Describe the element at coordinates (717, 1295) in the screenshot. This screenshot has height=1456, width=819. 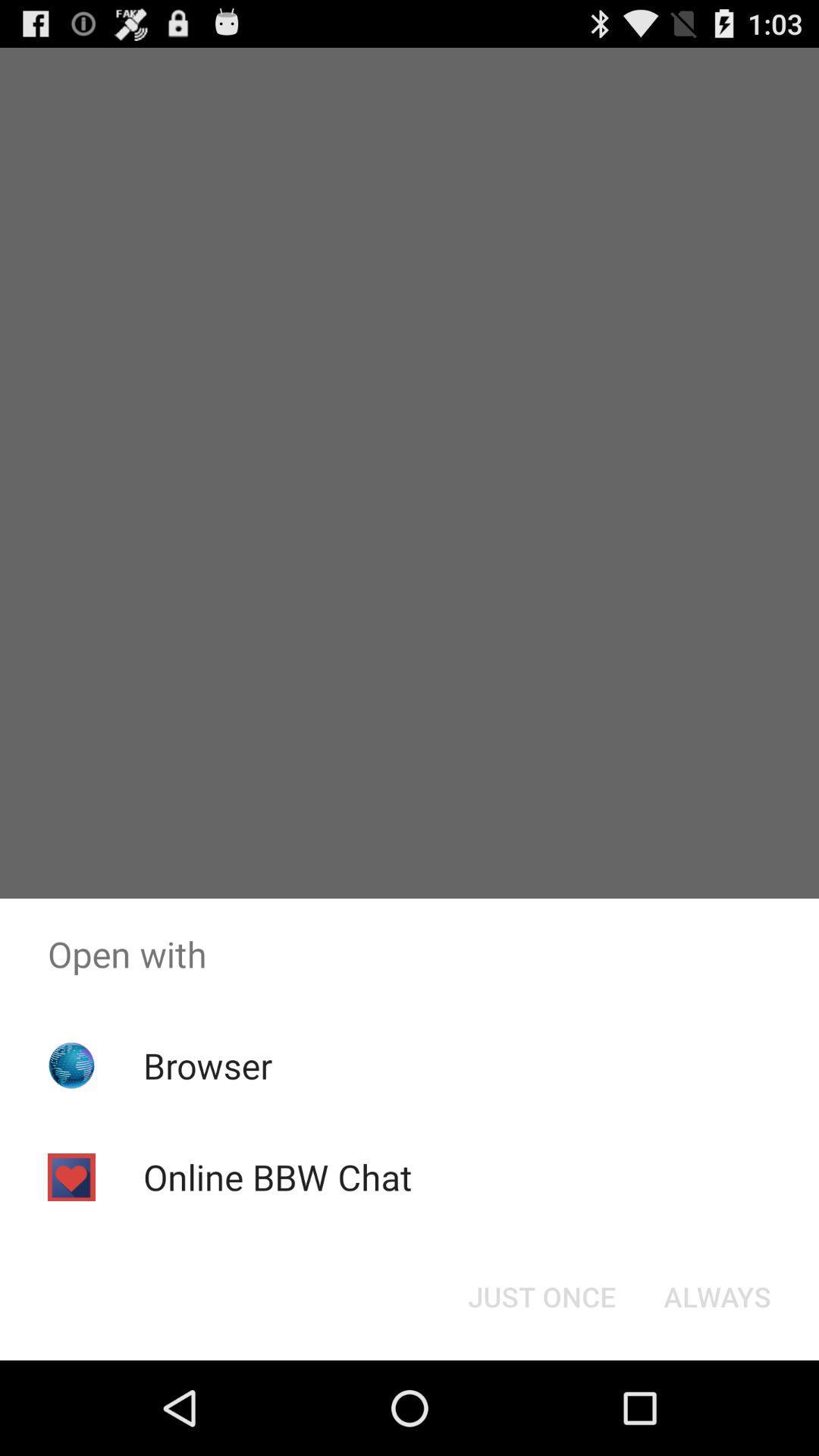
I see `the always` at that location.